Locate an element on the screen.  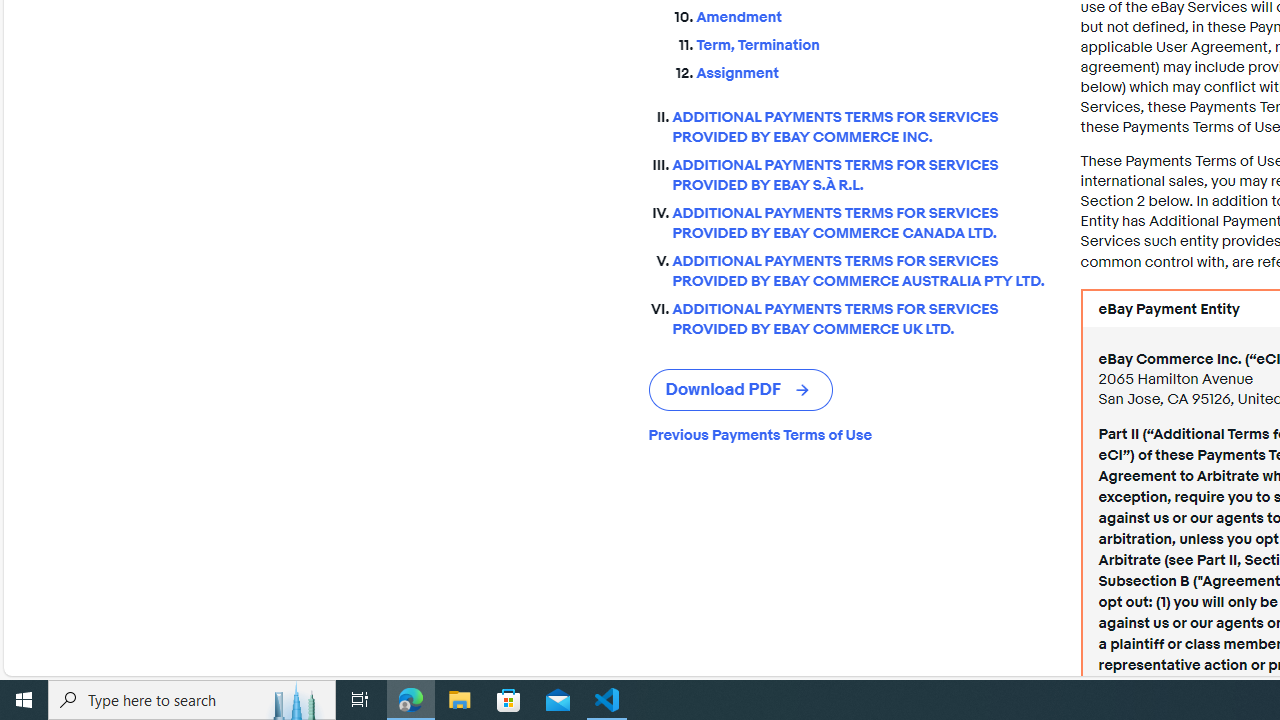
'Term, Termination' is located at coordinates (872, 41).